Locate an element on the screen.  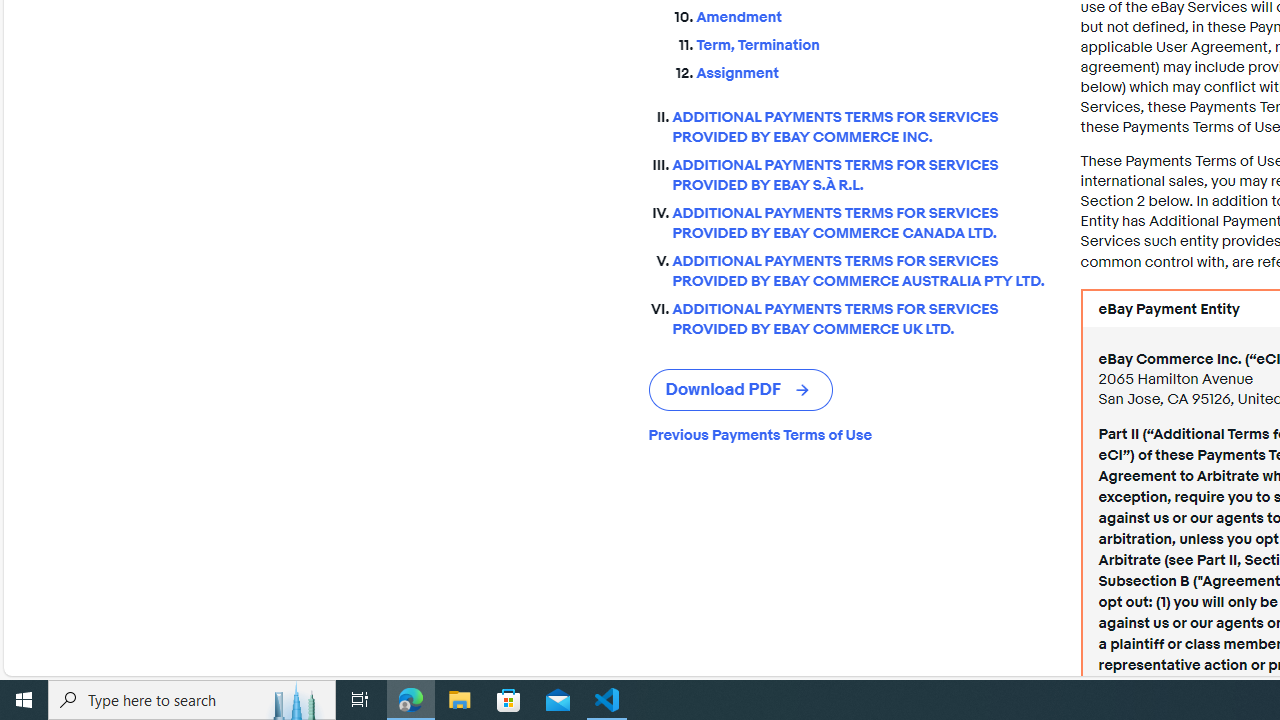
'Term, Termination' is located at coordinates (872, 41).